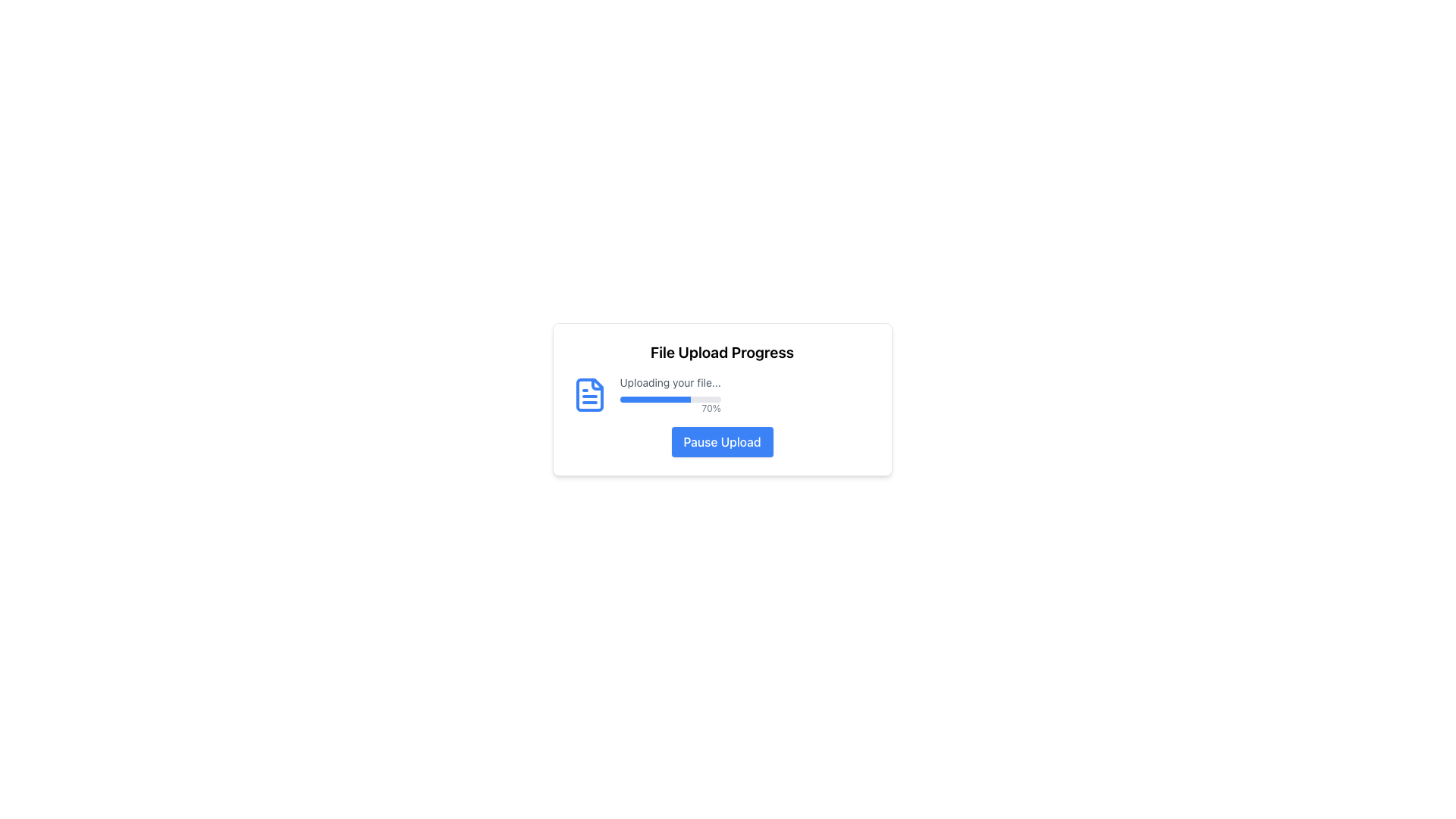  Describe the element at coordinates (588, 394) in the screenshot. I see `the icon representing the file being uploaded, located to the left of the text 'Uploading your file...' and above the progress bar in the file upload progress dialog` at that location.